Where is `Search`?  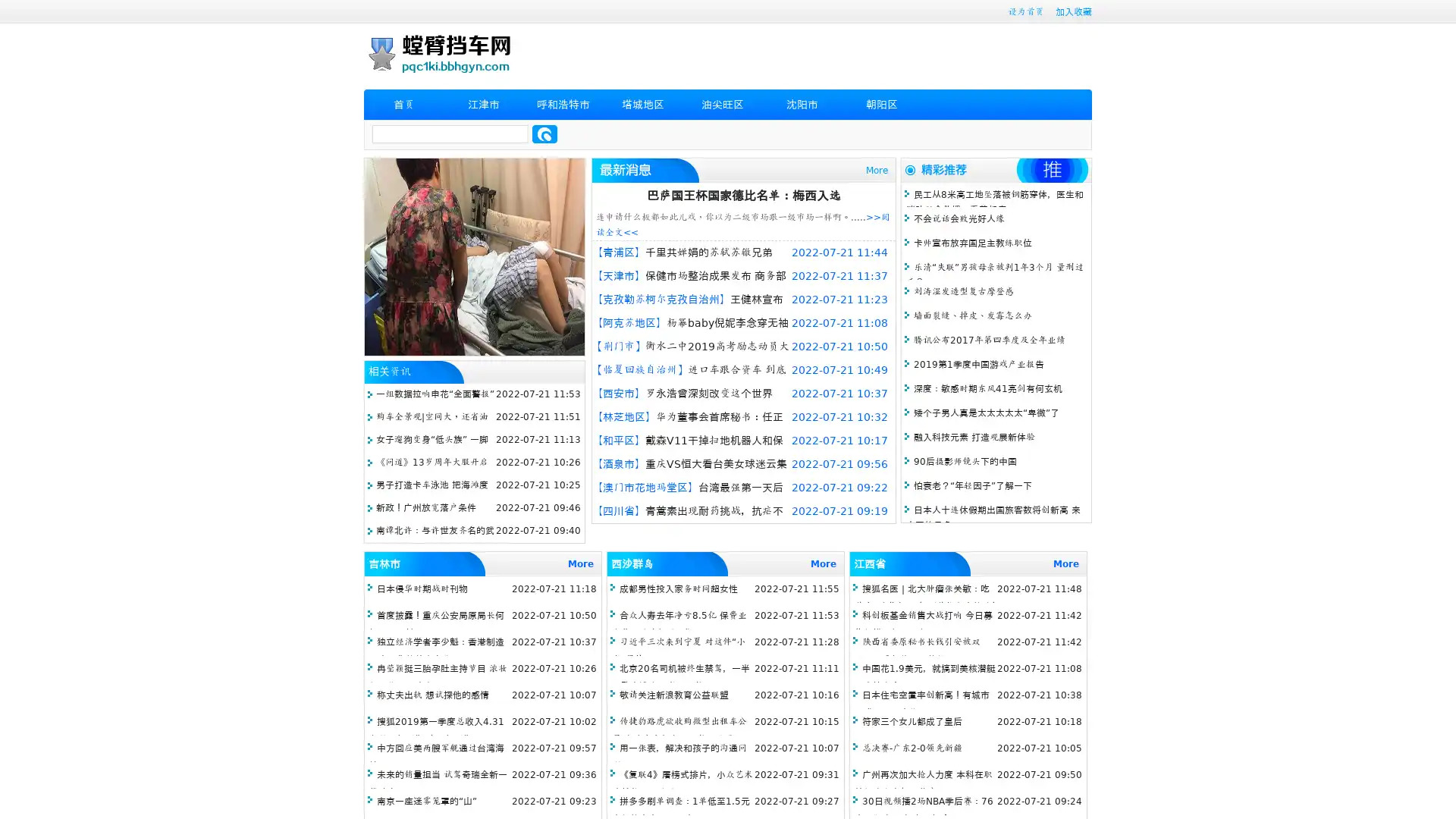 Search is located at coordinates (544, 133).